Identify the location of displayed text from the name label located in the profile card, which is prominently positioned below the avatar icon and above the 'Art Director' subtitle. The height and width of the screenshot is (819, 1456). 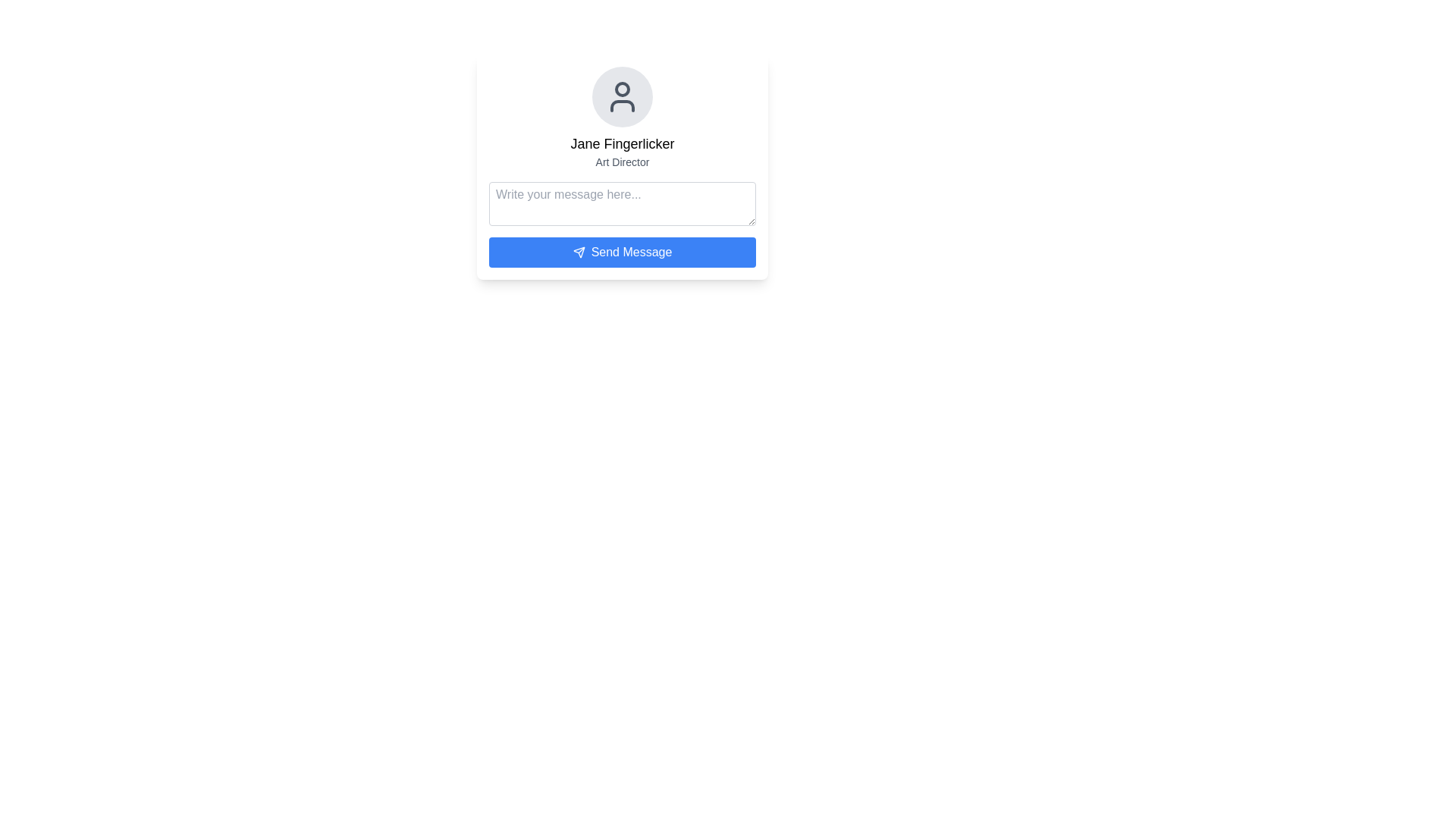
(622, 143).